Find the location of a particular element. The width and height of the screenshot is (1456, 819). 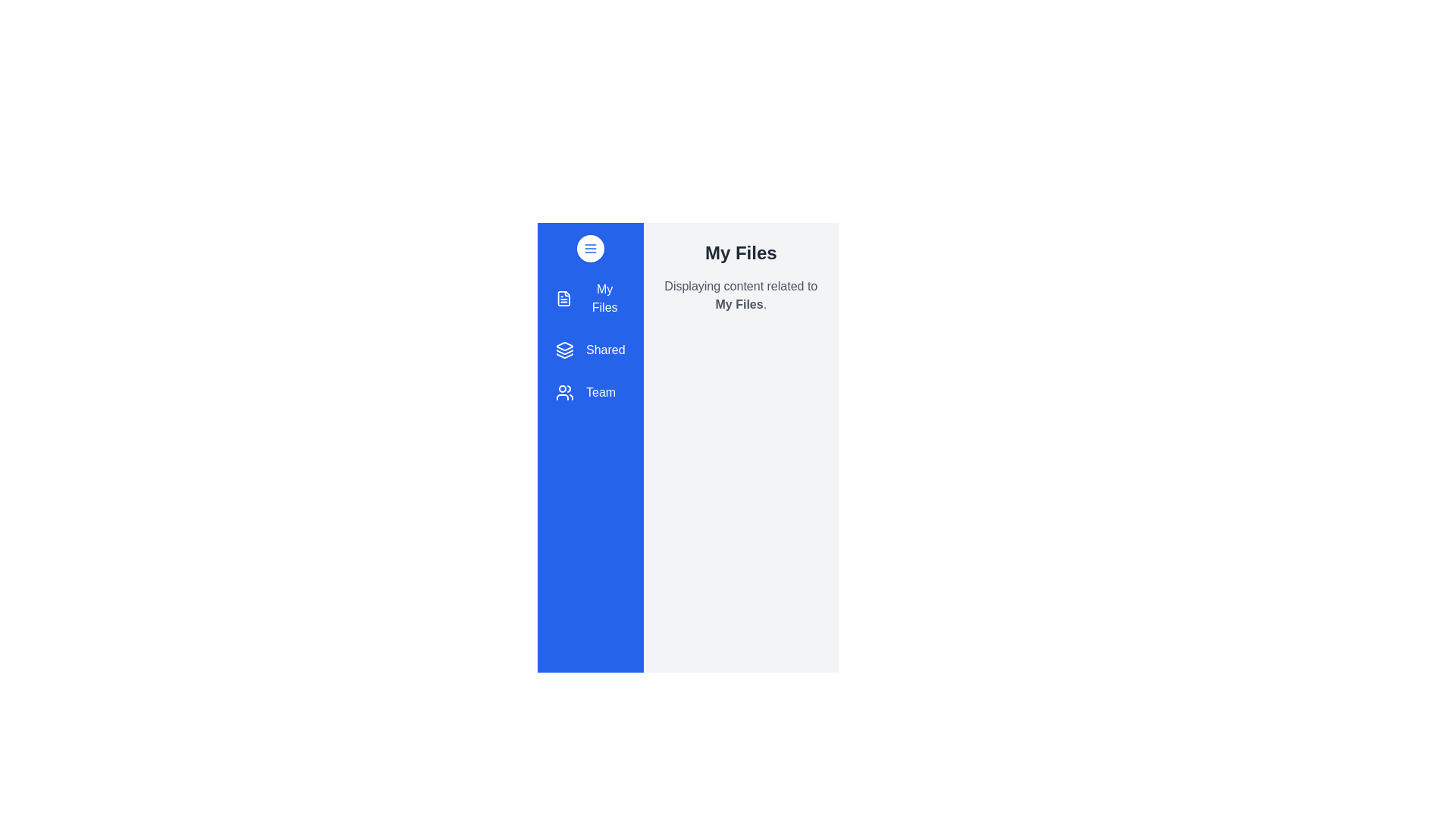

the section Team from the drawer menu is located at coordinates (589, 391).